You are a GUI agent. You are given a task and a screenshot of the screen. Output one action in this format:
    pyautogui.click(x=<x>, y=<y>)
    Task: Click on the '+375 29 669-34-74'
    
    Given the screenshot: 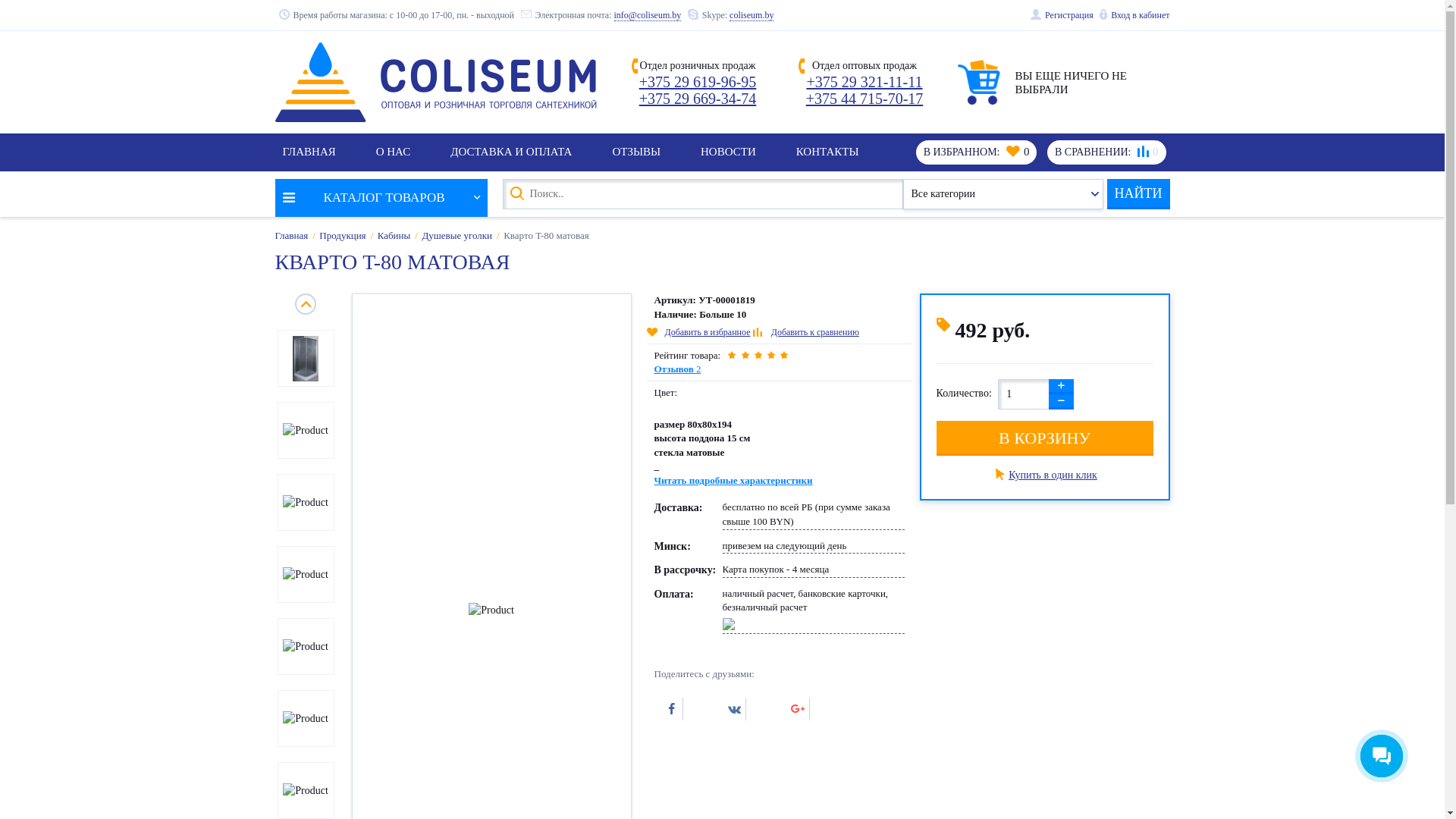 What is the action you would take?
    pyautogui.click(x=697, y=99)
    